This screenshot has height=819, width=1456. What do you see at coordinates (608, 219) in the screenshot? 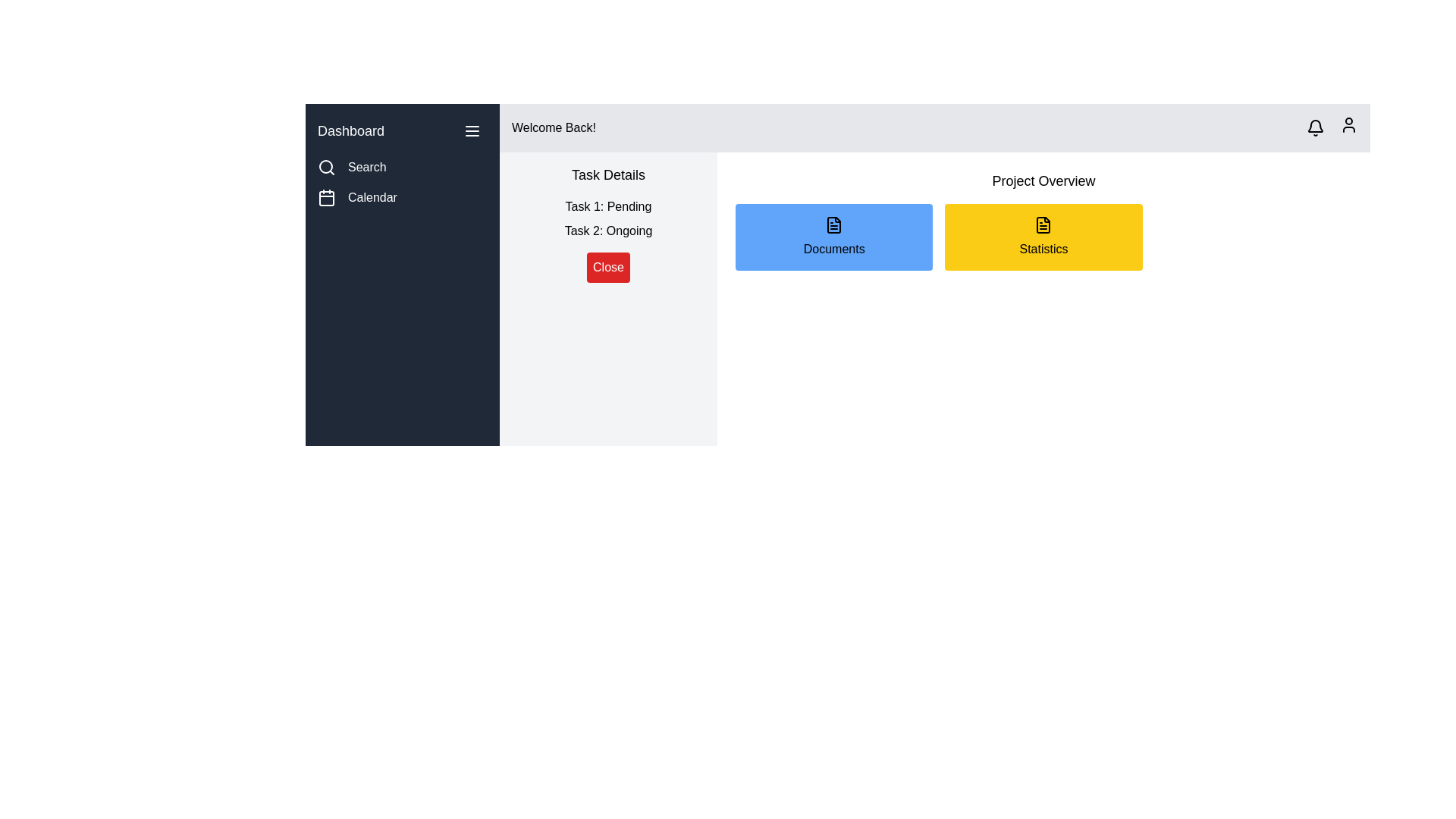
I see `text content from the Text block located below the 'Task Details' header in the left panel, just above the red 'Close' button` at bounding box center [608, 219].